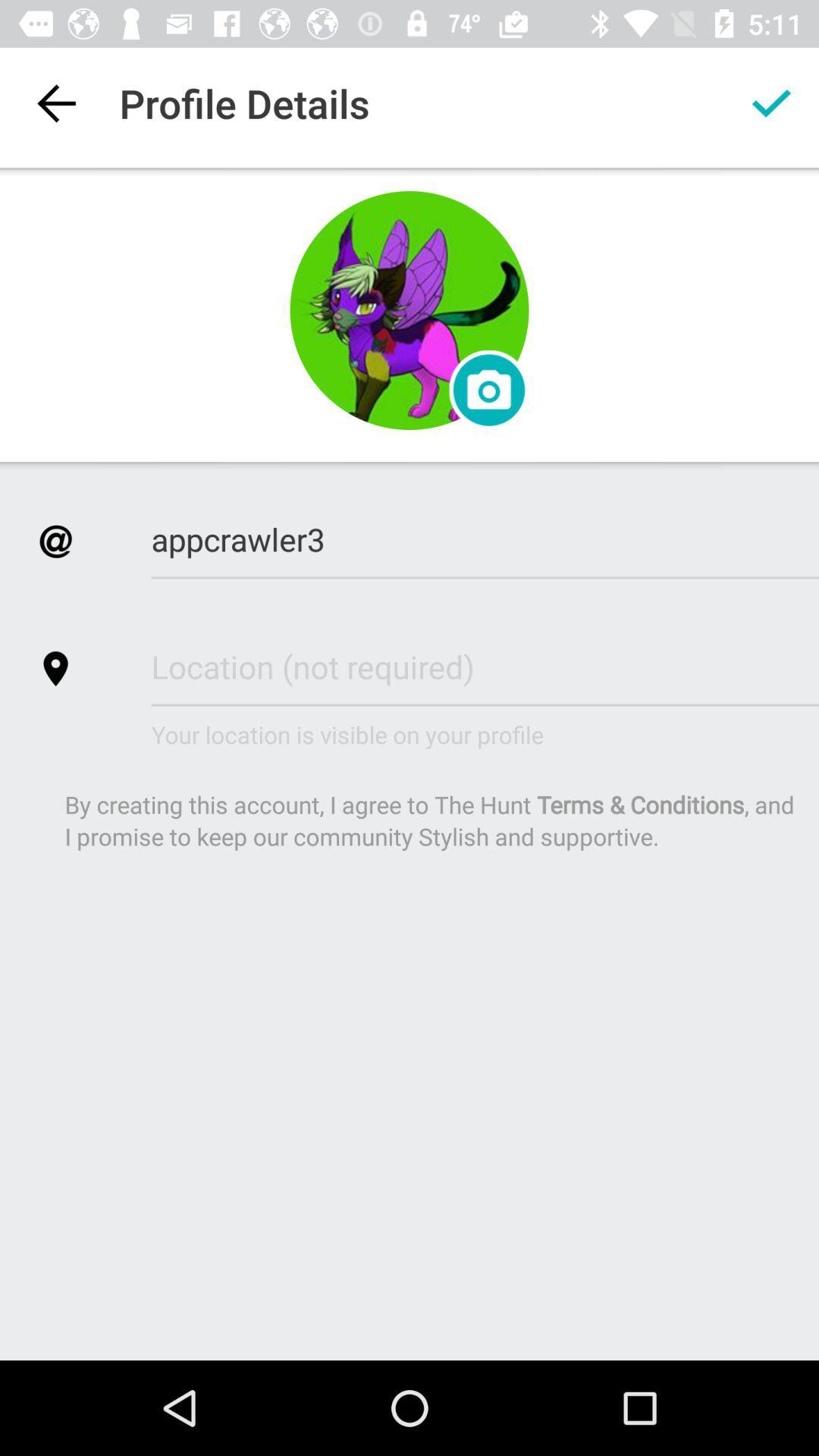 This screenshot has height=1456, width=819. I want to click on the app next to the profile details item, so click(771, 102).